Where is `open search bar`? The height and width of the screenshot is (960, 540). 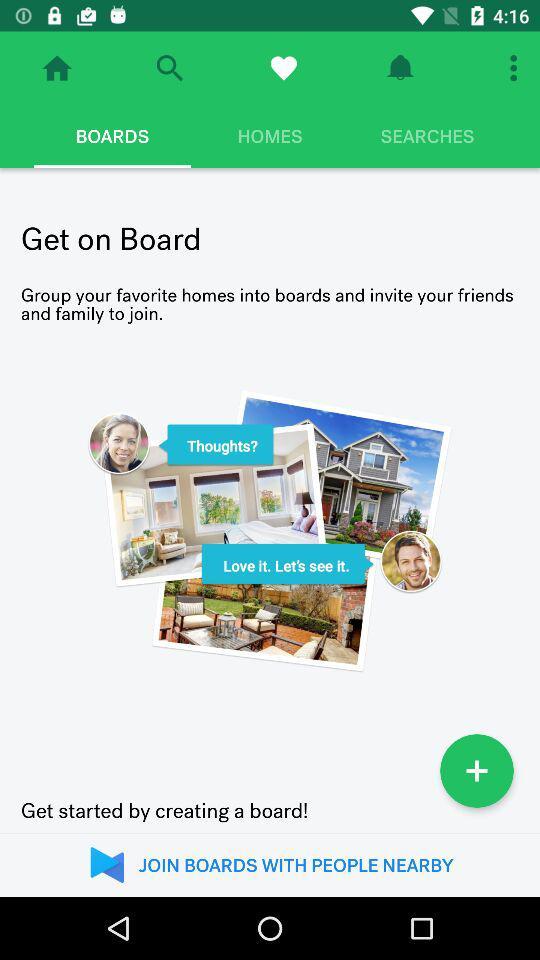 open search bar is located at coordinates (168, 68).